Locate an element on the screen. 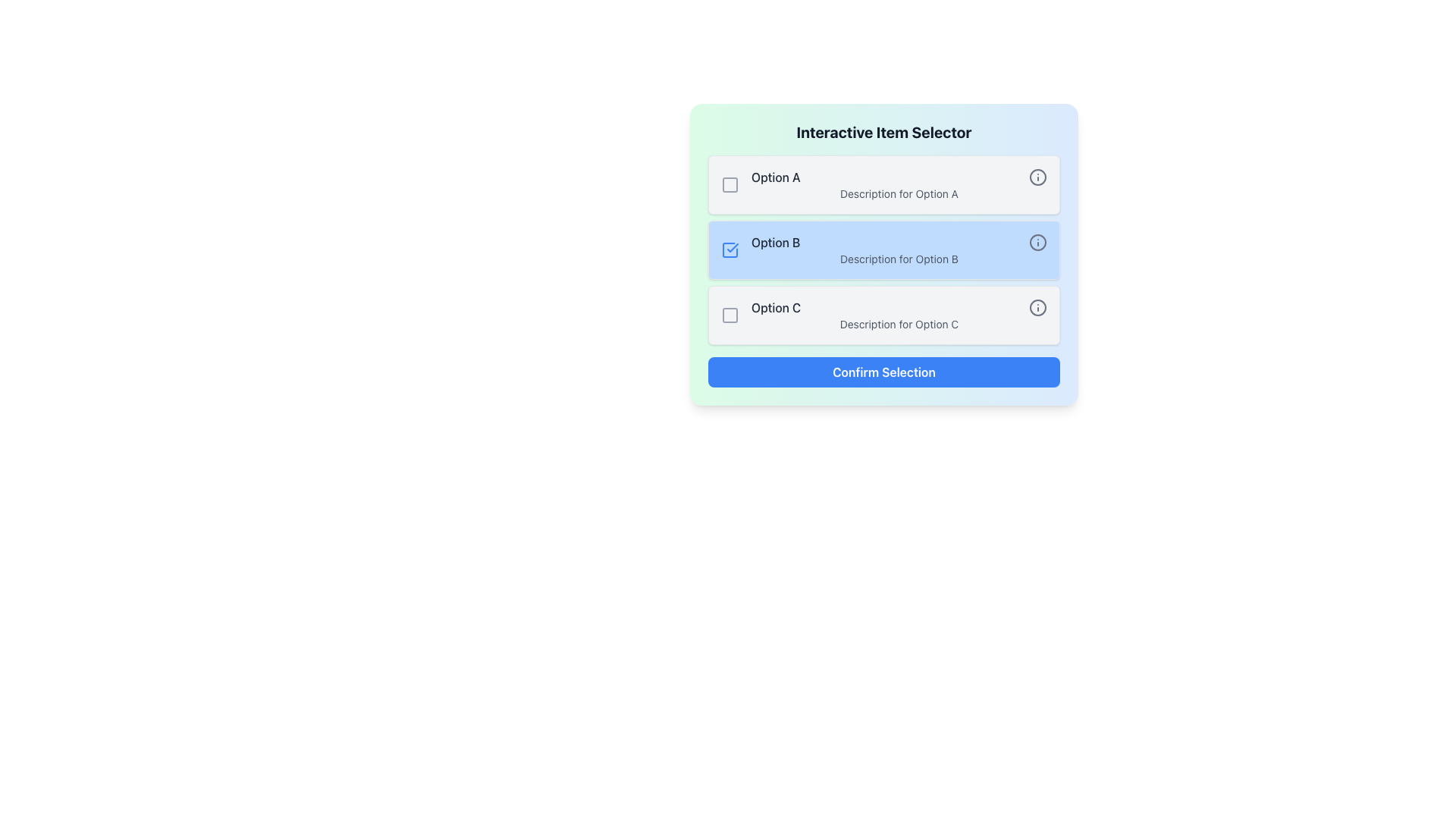 The width and height of the screenshot is (1456, 819). the checkbox labeled 'Option C' is located at coordinates (730, 315).